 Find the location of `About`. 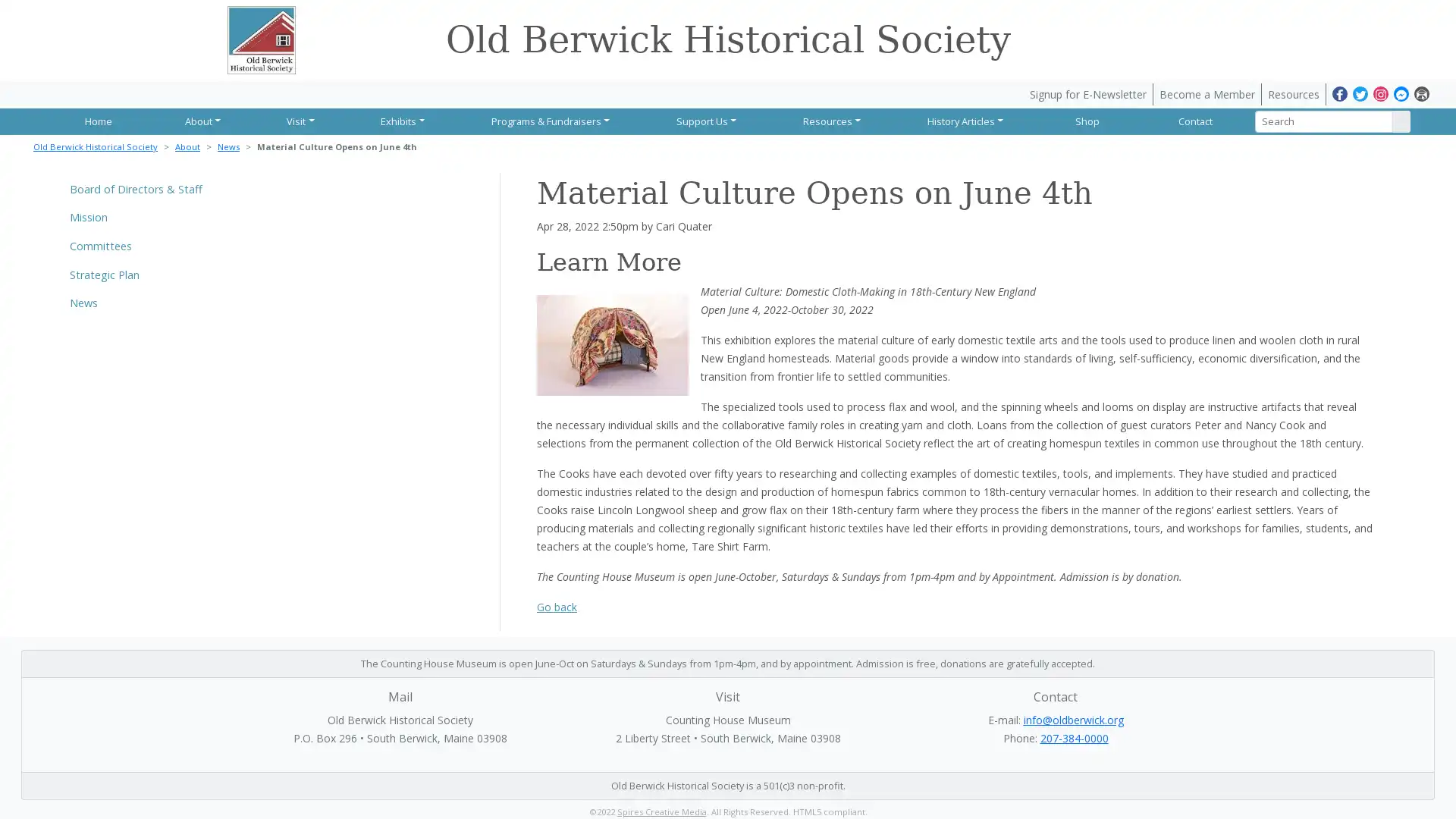

About is located at coordinates (200, 120).